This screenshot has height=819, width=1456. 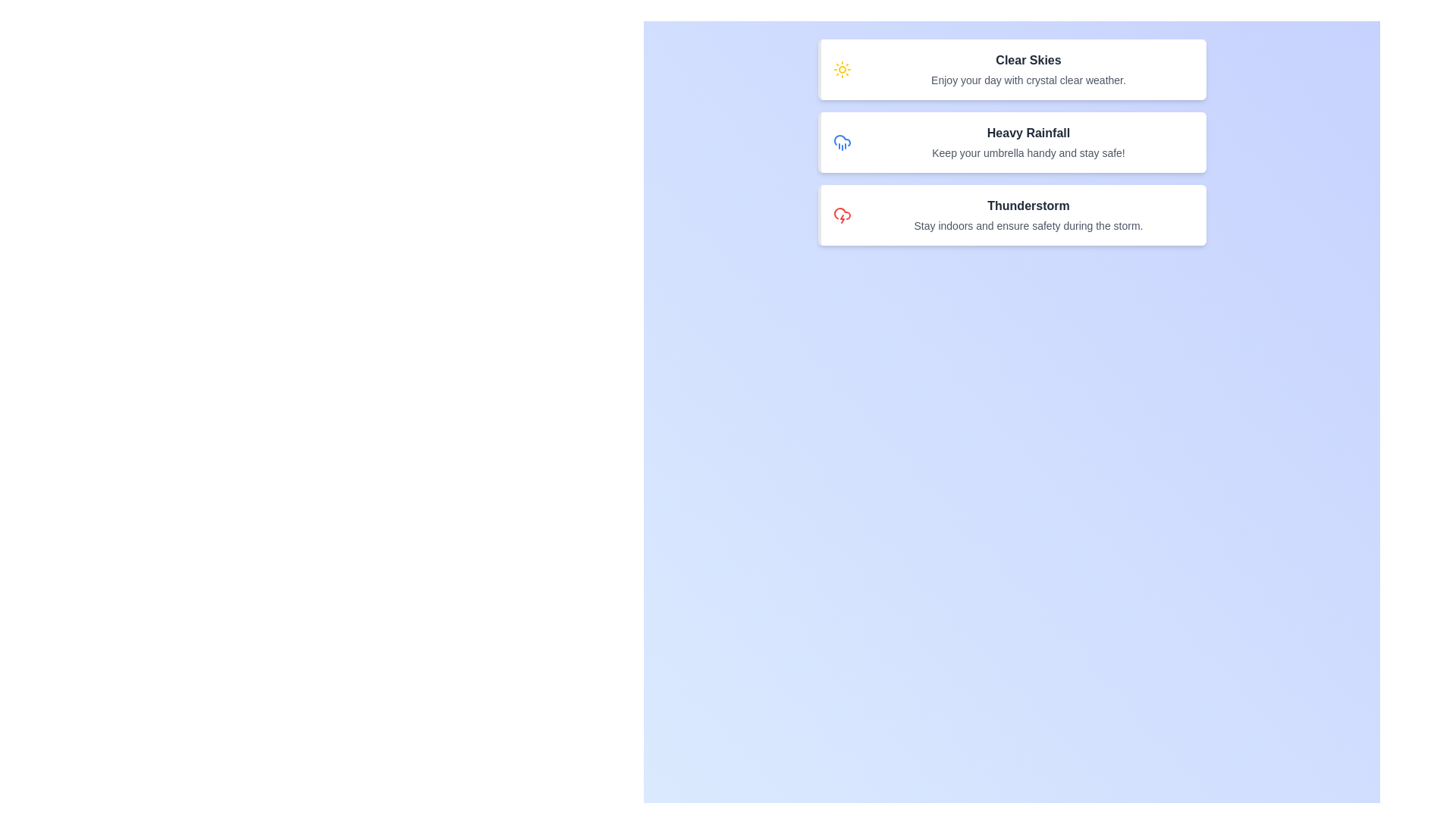 What do you see at coordinates (1012, 70) in the screenshot?
I see `the alert card corresponding to Clear Skies` at bounding box center [1012, 70].